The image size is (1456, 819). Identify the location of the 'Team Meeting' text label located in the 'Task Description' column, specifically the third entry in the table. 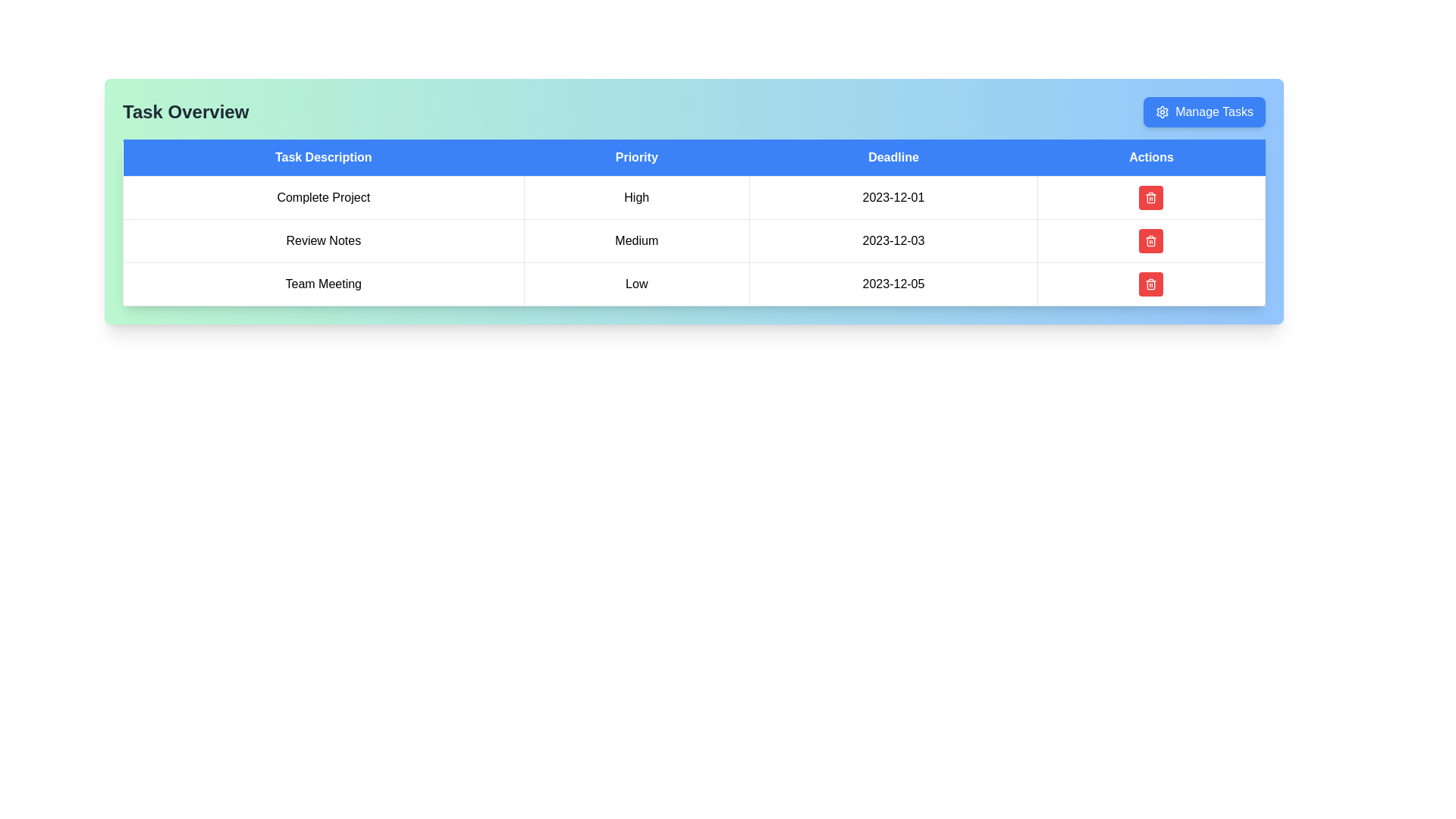
(322, 284).